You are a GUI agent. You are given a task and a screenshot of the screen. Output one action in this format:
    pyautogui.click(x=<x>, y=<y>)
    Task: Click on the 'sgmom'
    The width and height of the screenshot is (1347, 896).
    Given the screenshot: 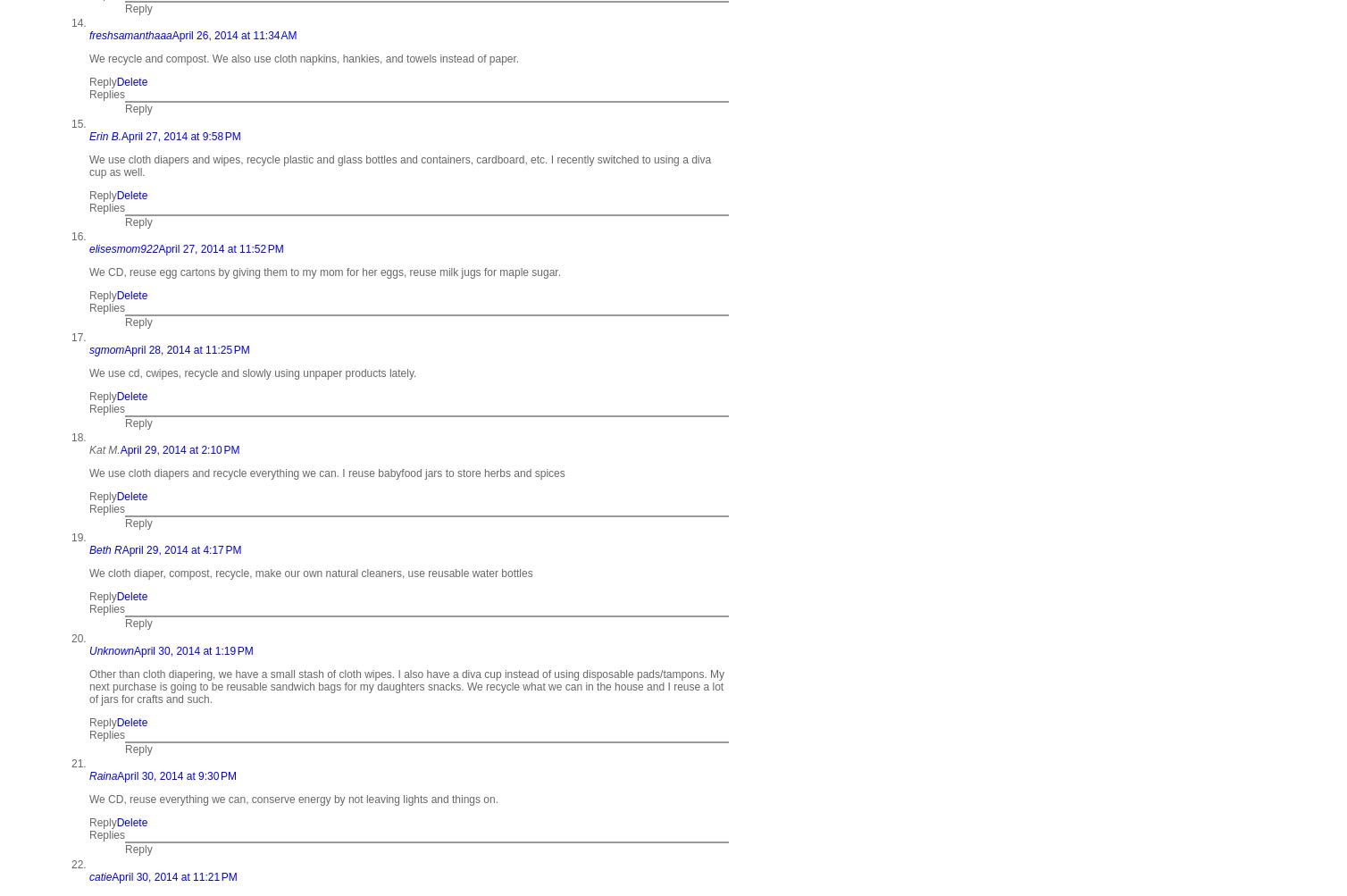 What is the action you would take?
    pyautogui.click(x=106, y=348)
    